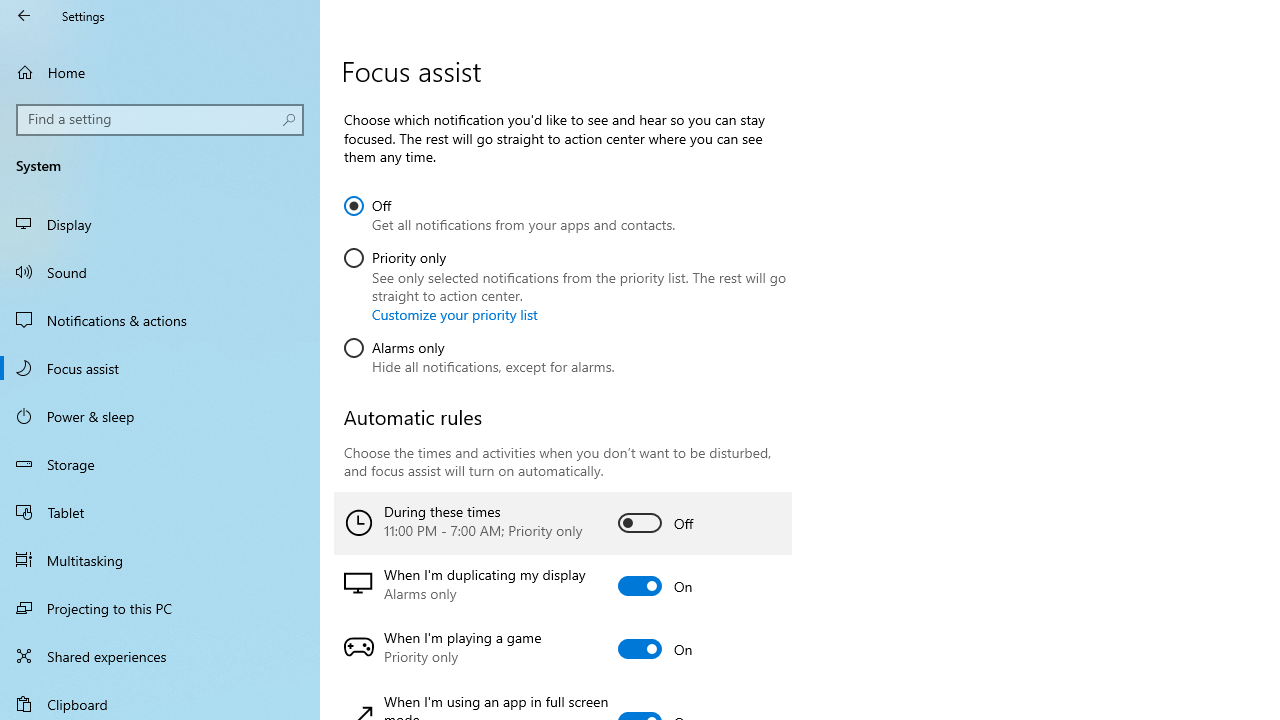  Describe the element at coordinates (454, 314) in the screenshot. I see `'Customize your priority list'` at that location.